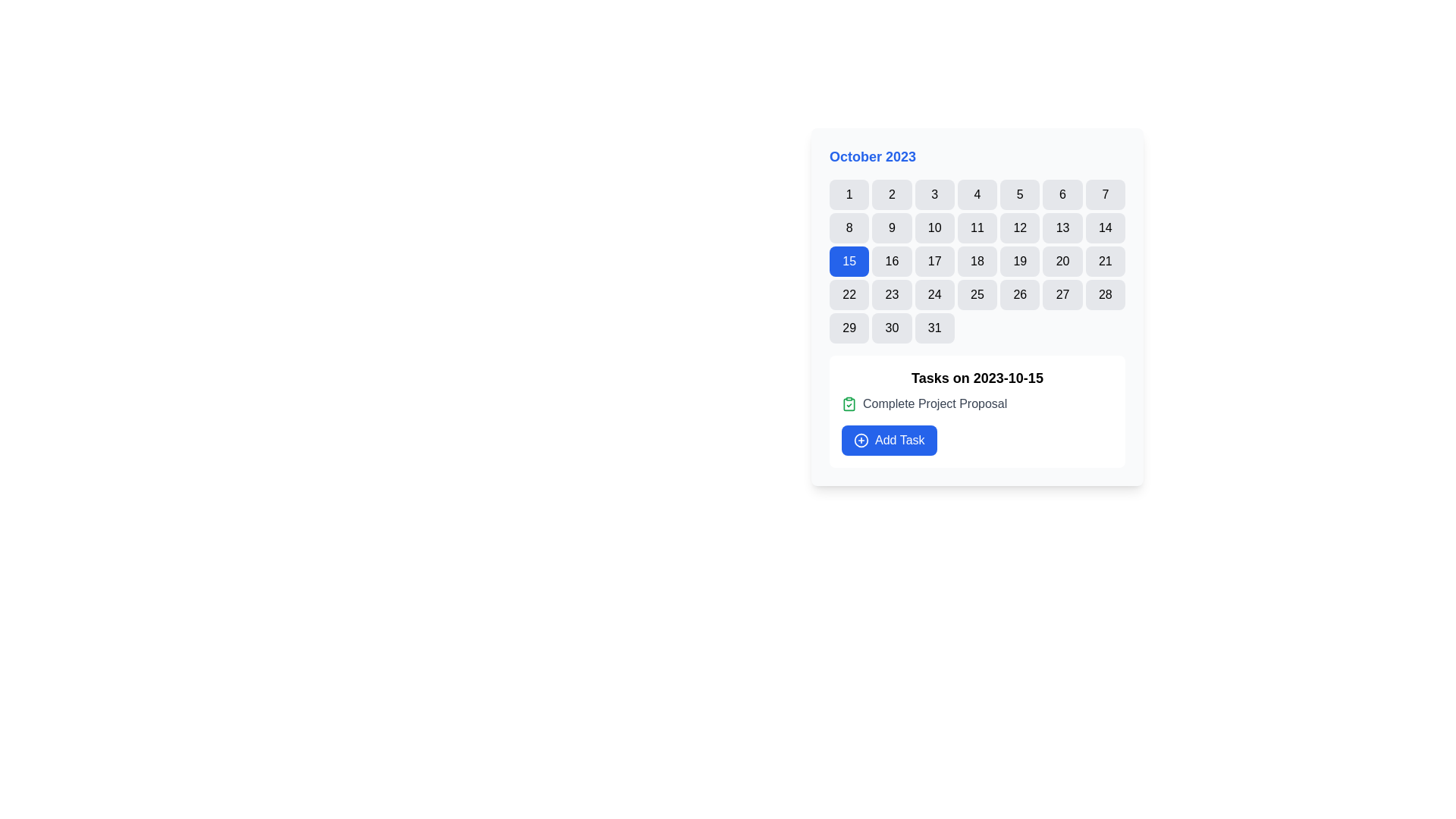  I want to click on the selectable day button, so click(976, 295).